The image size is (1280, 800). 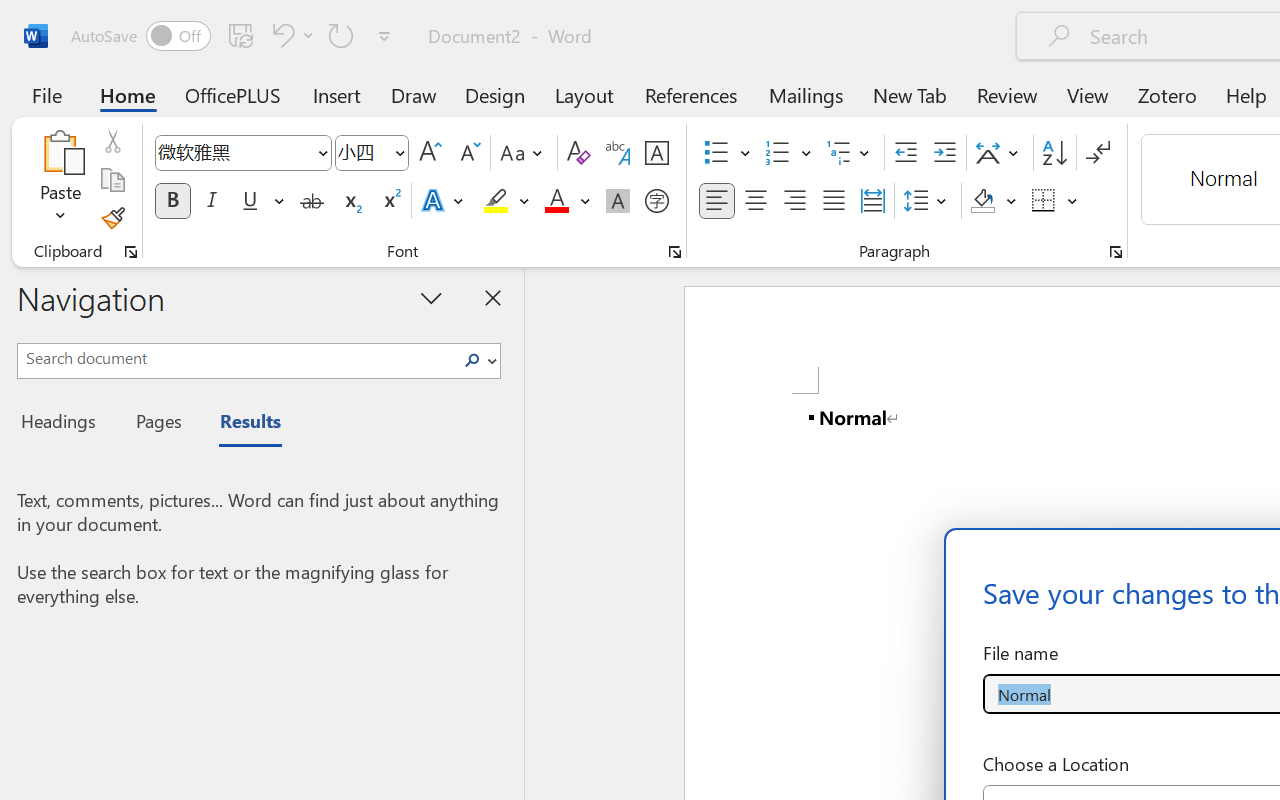 What do you see at coordinates (524, 153) in the screenshot?
I see `'Change Case'` at bounding box center [524, 153].